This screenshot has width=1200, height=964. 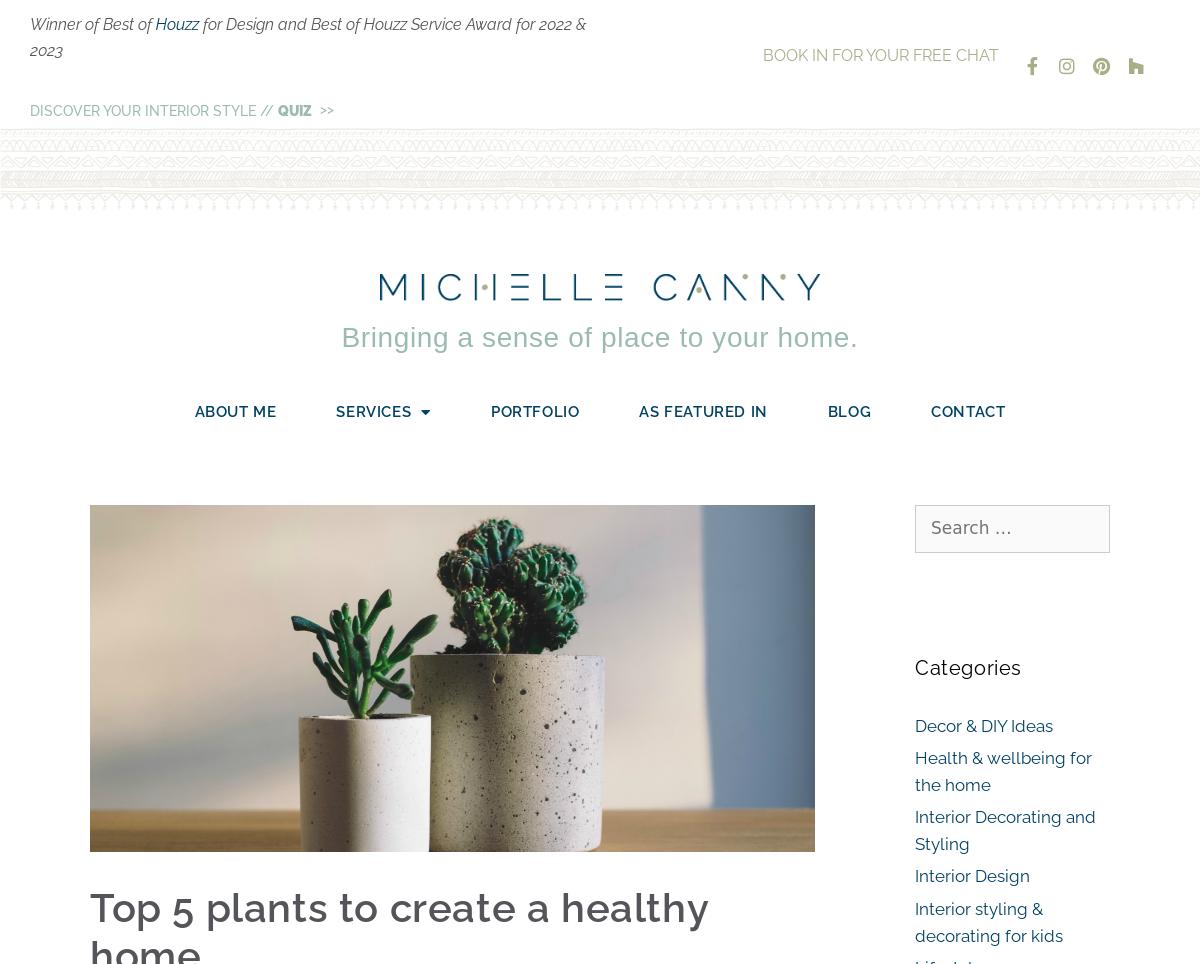 I want to click on 'Bringing a sense of place to your home.', so click(x=598, y=336).